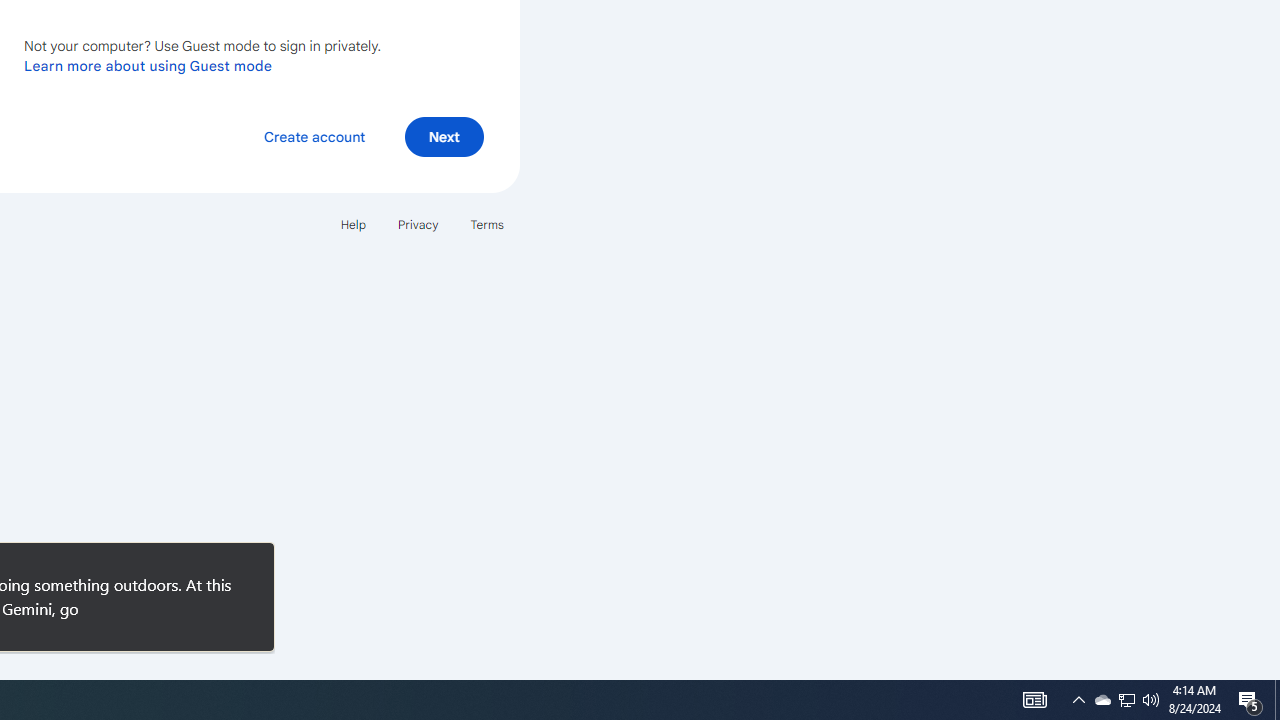  I want to click on 'Help', so click(352, 224).